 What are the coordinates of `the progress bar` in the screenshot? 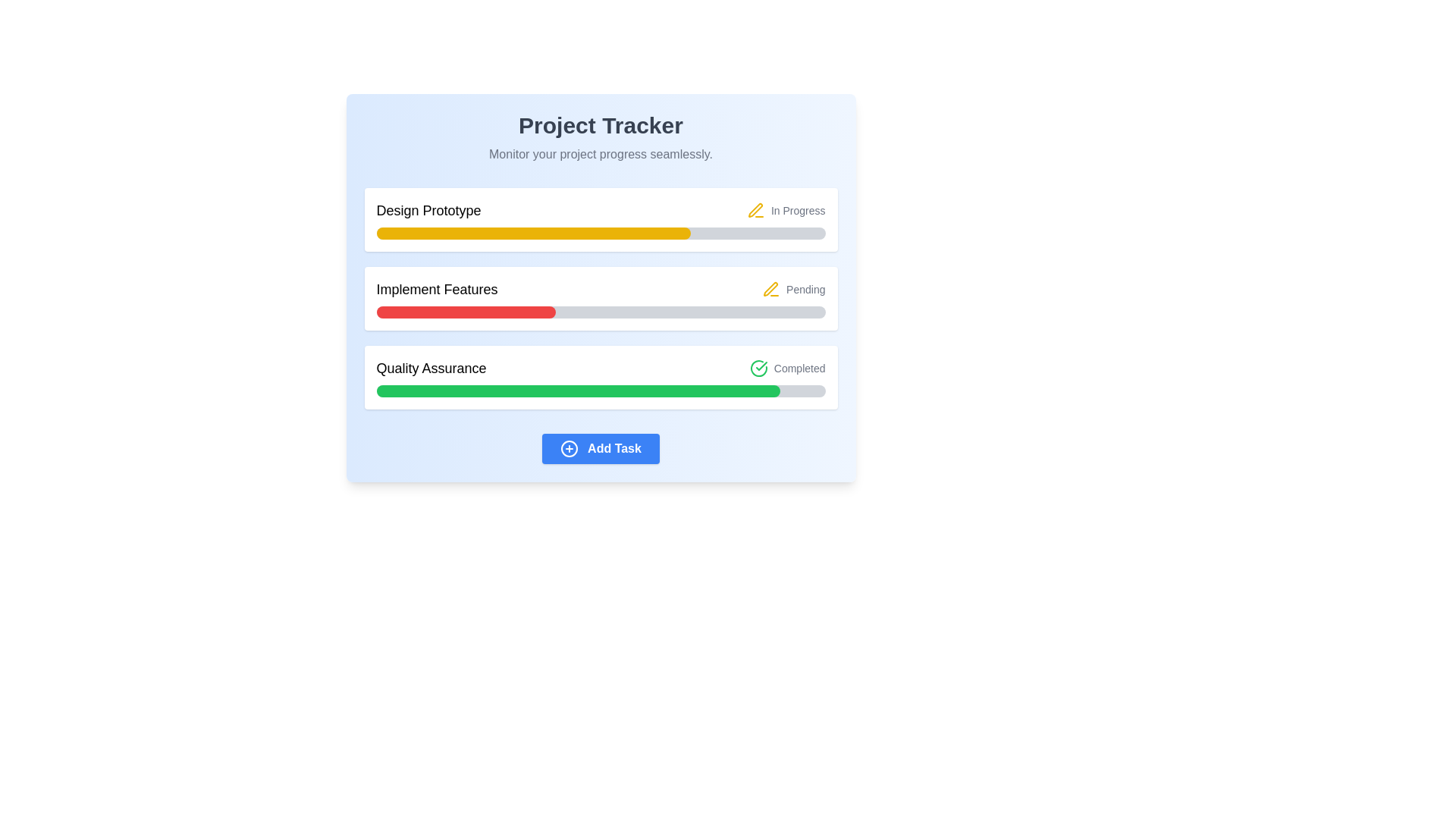 It's located at (524, 234).